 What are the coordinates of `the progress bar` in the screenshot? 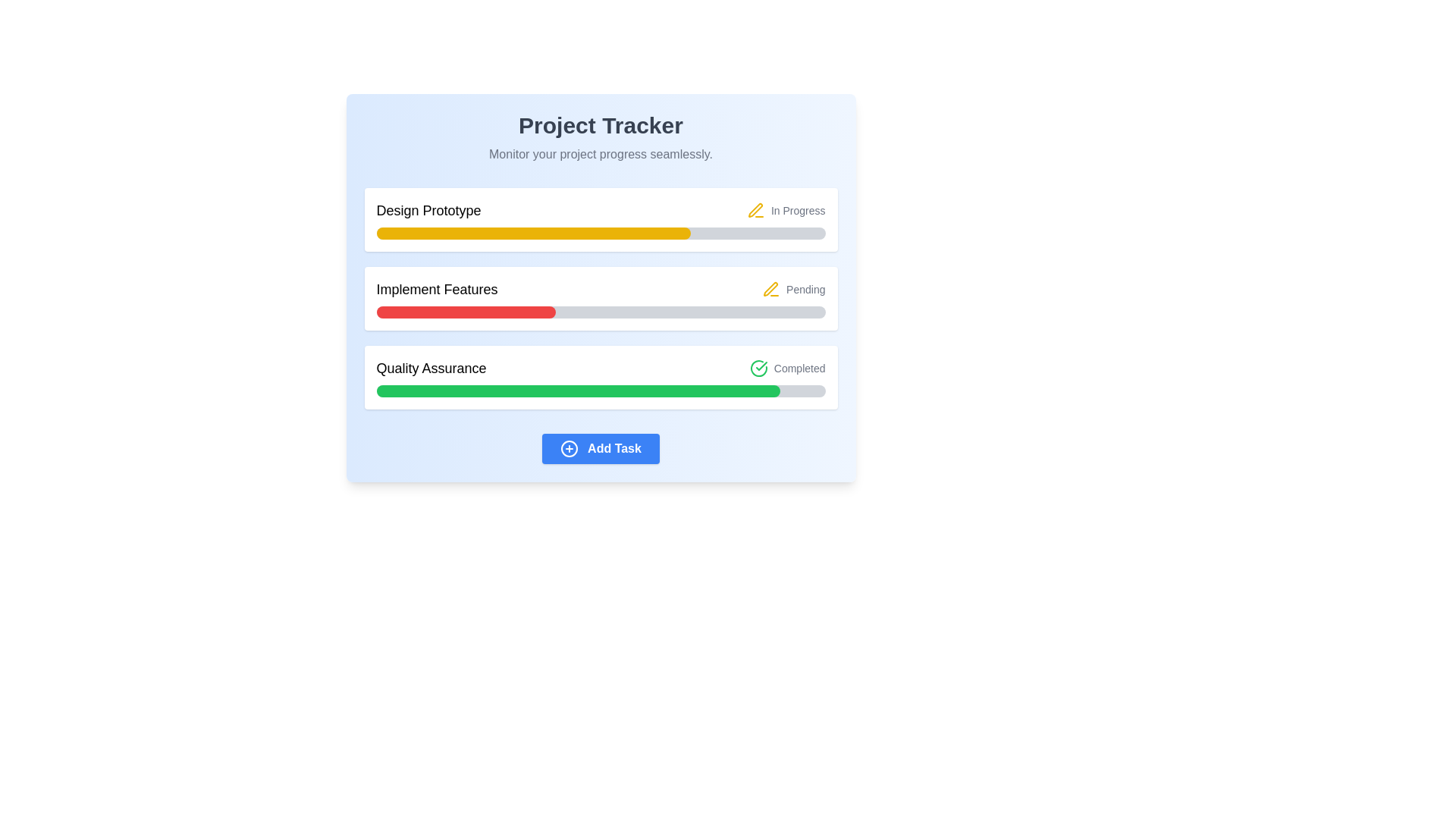 It's located at (524, 234).